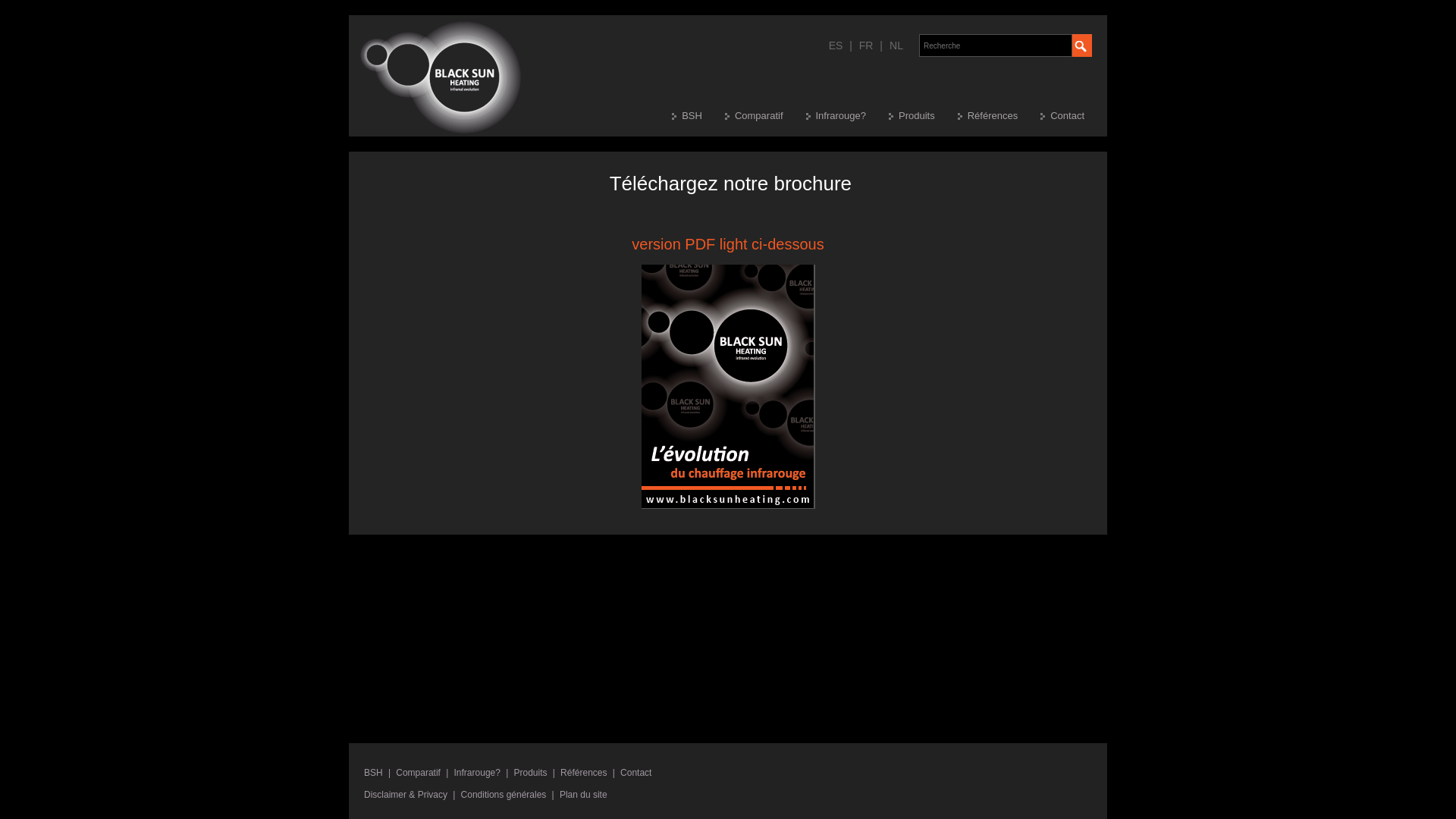 The width and height of the screenshot is (1456, 819). I want to click on 'Infrarouge?', so click(476, 772).